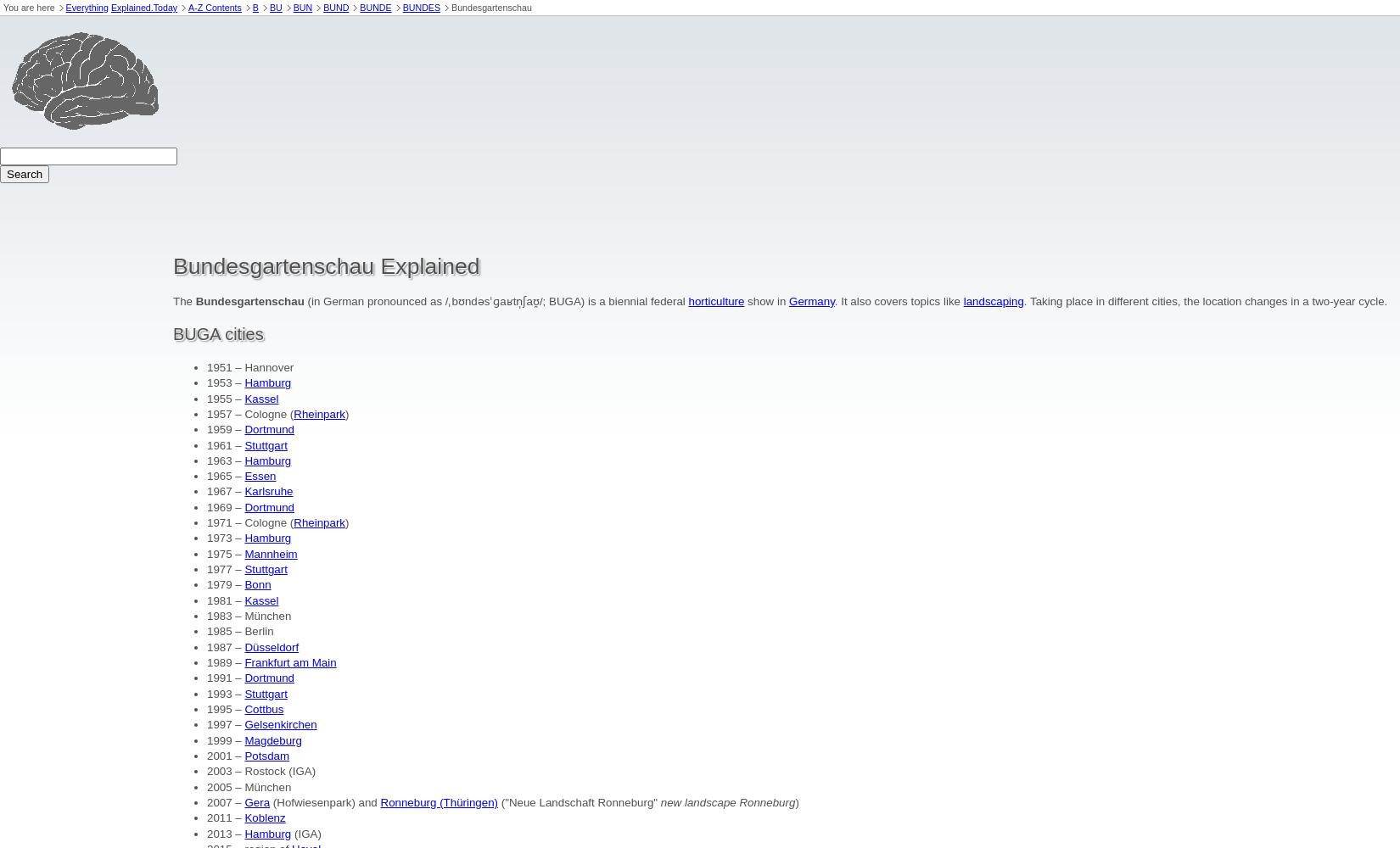 This screenshot has width=1400, height=848. What do you see at coordinates (188, 8) in the screenshot?
I see `'A-Z Contents'` at bounding box center [188, 8].